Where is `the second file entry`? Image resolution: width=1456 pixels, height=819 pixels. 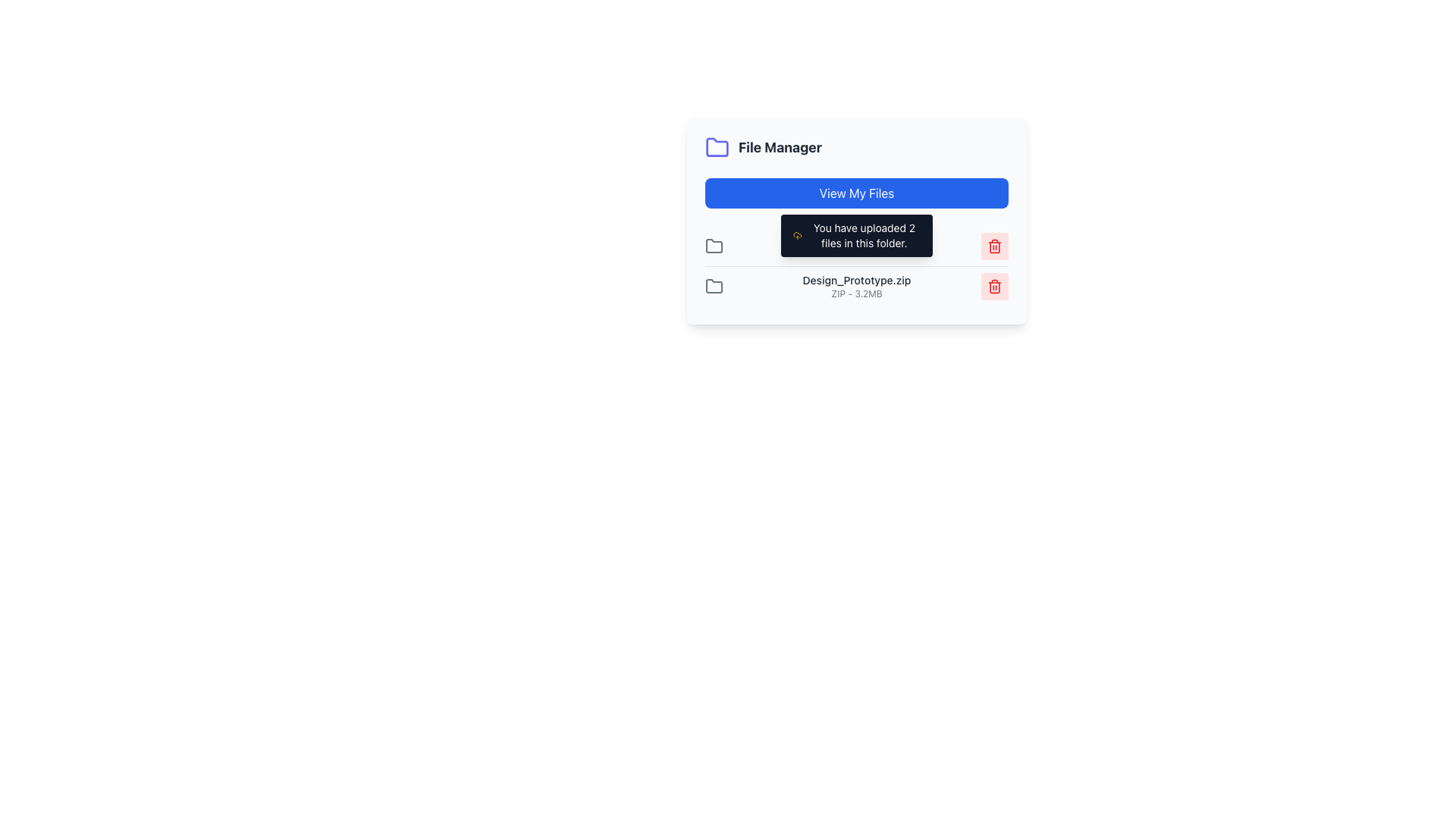
the second file entry is located at coordinates (856, 265).